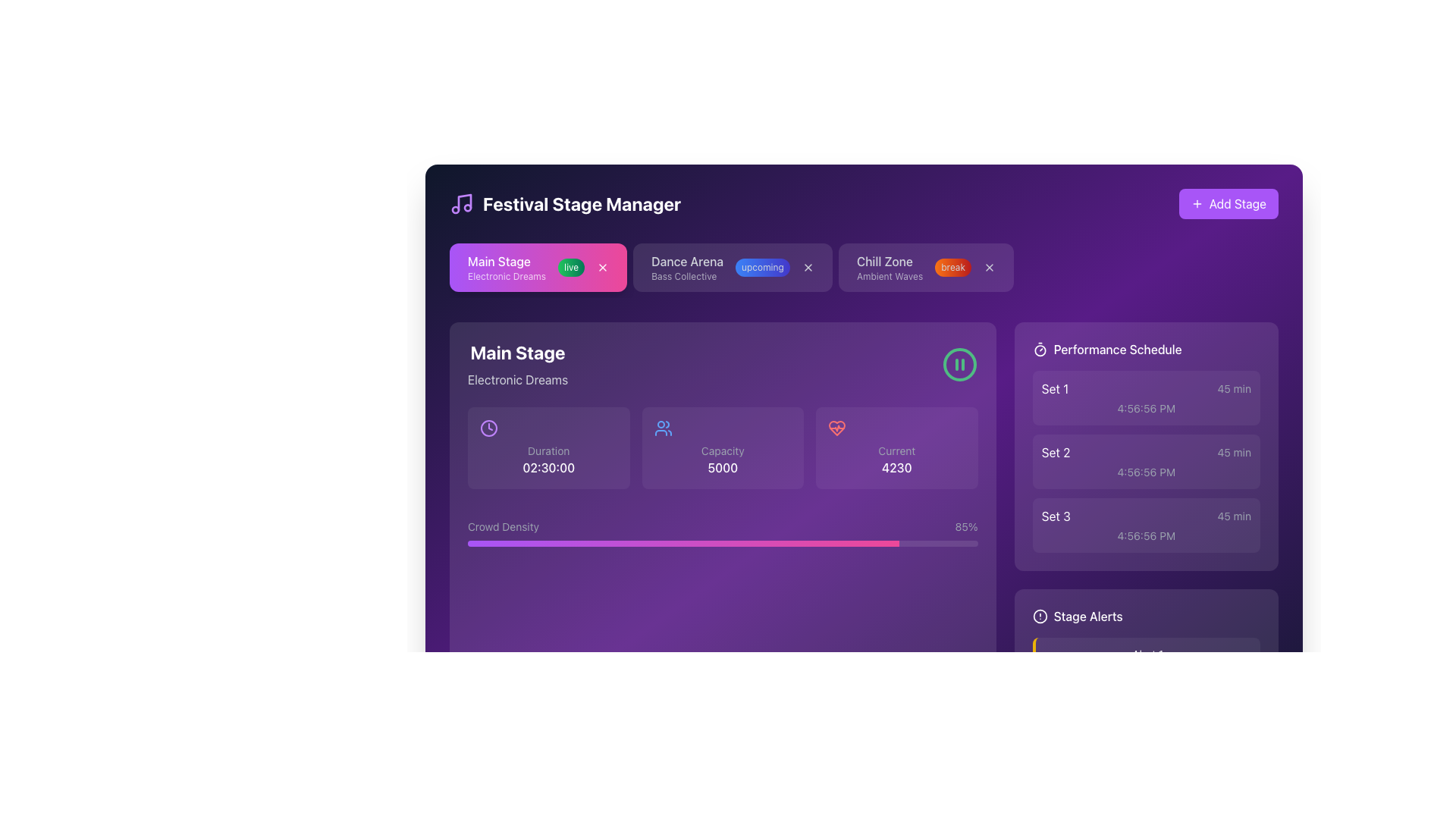 Image resolution: width=1456 pixels, height=819 pixels. What do you see at coordinates (1146, 452) in the screenshot?
I see `displayed information from the Informational entry labeled 'Set 2' with duration '45 min' in the 'Performance Schedule' section, which is the second entry in the list` at bounding box center [1146, 452].